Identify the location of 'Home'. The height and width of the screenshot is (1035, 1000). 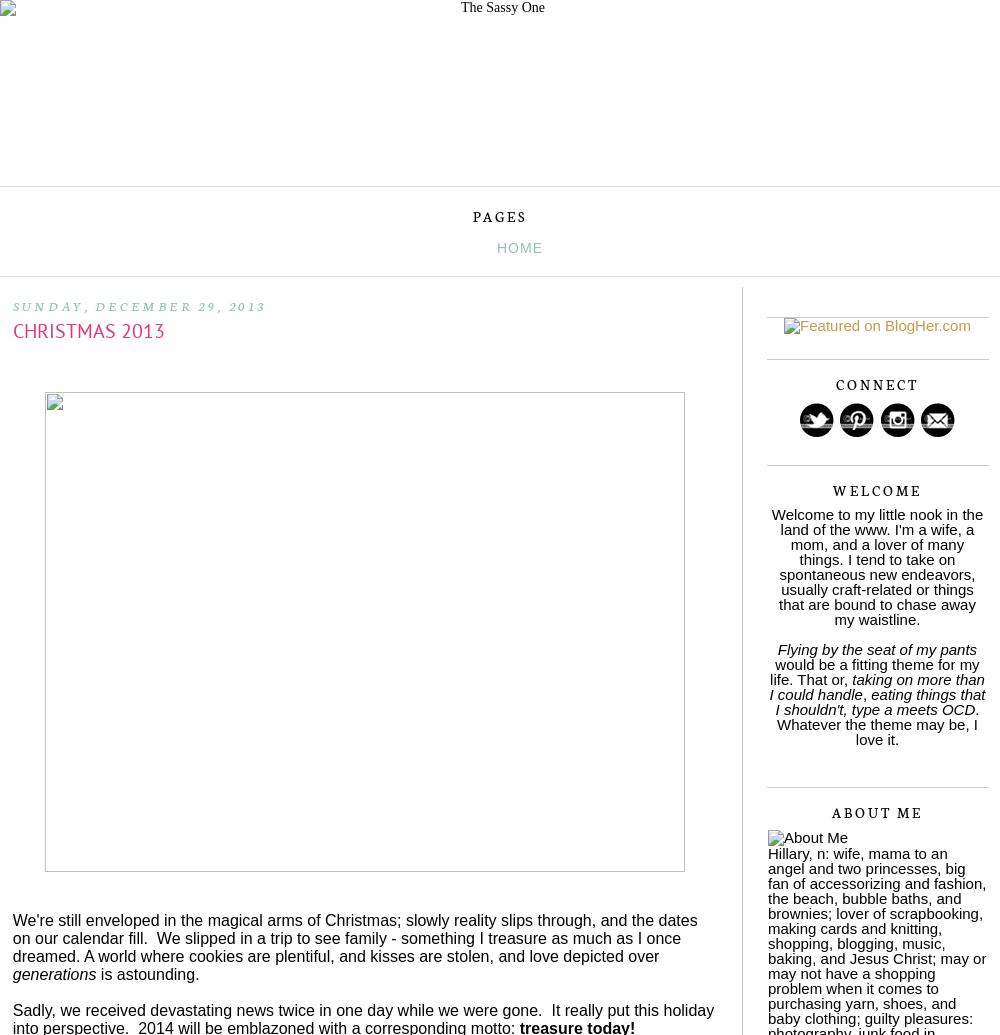
(520, 247).